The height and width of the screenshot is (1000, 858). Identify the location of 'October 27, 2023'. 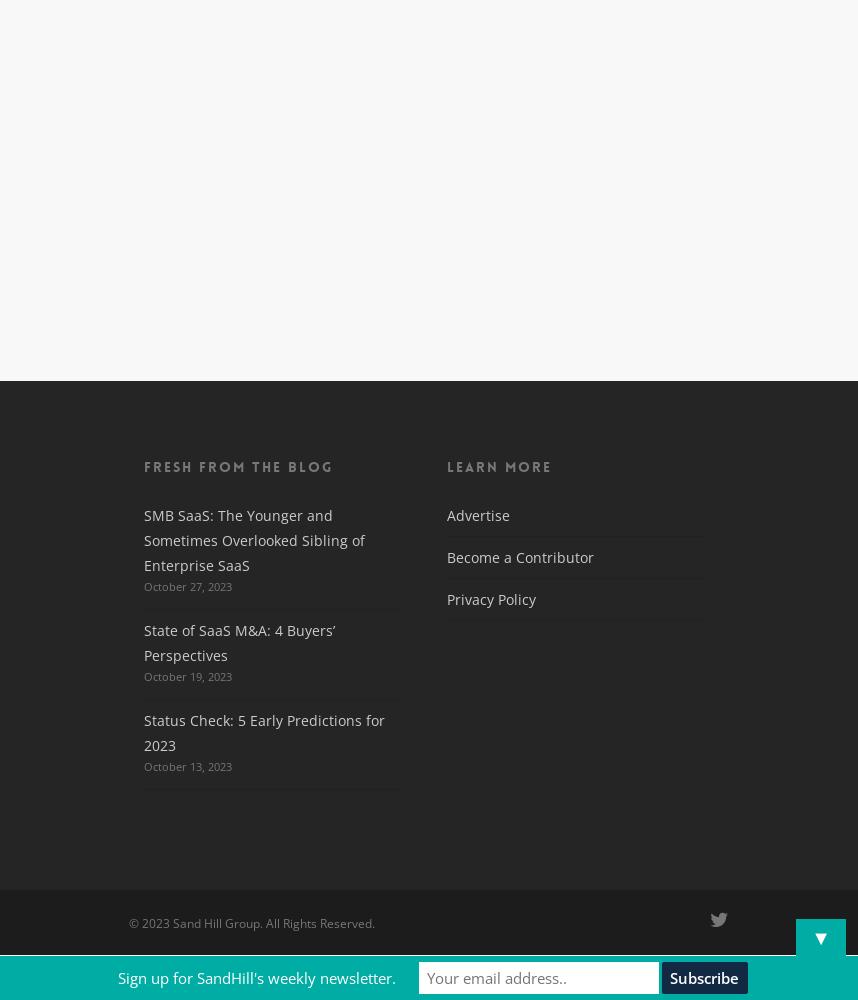
(187, 585).